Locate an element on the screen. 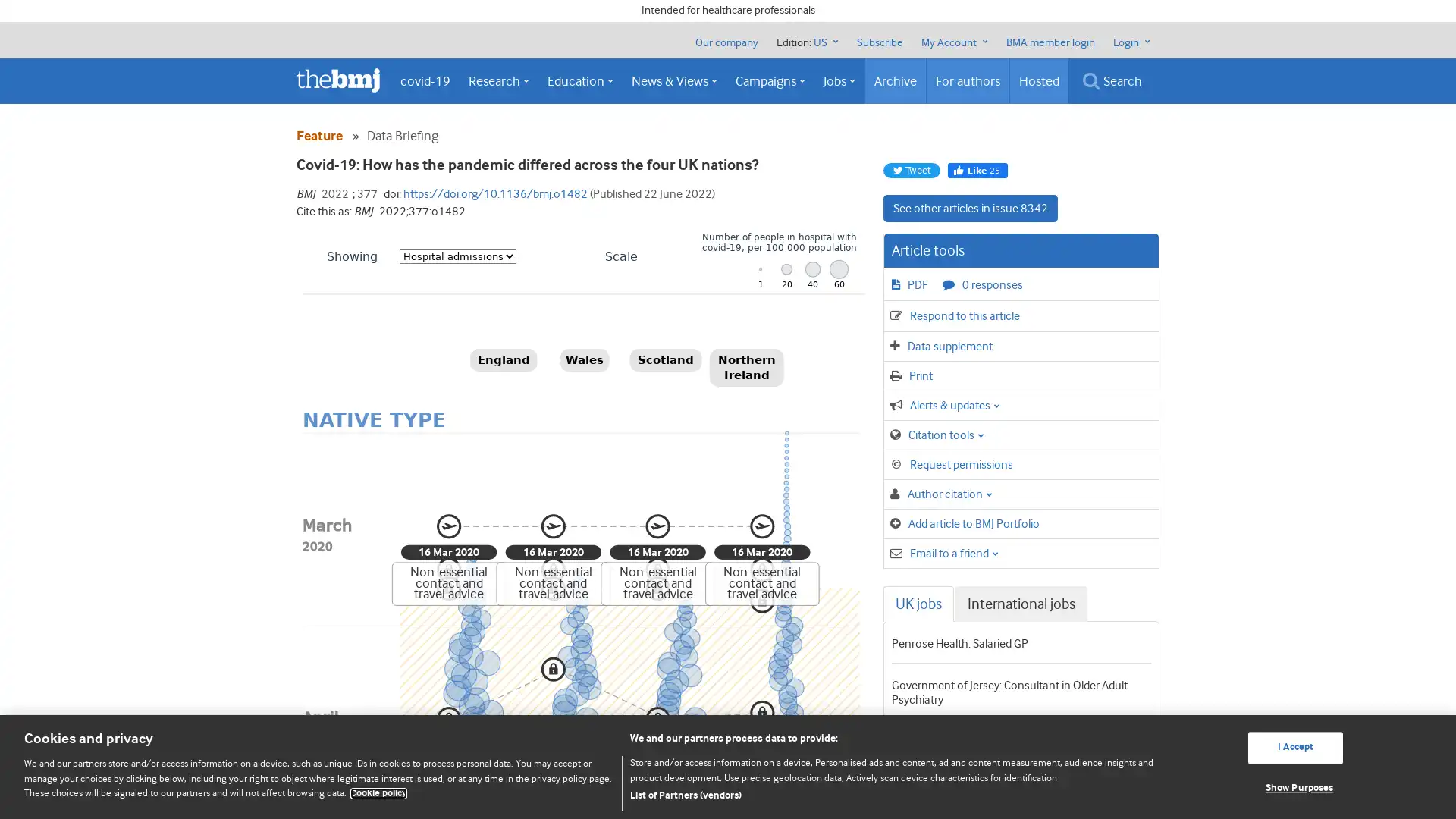  Citation tools is located at coordinates (944, 435).